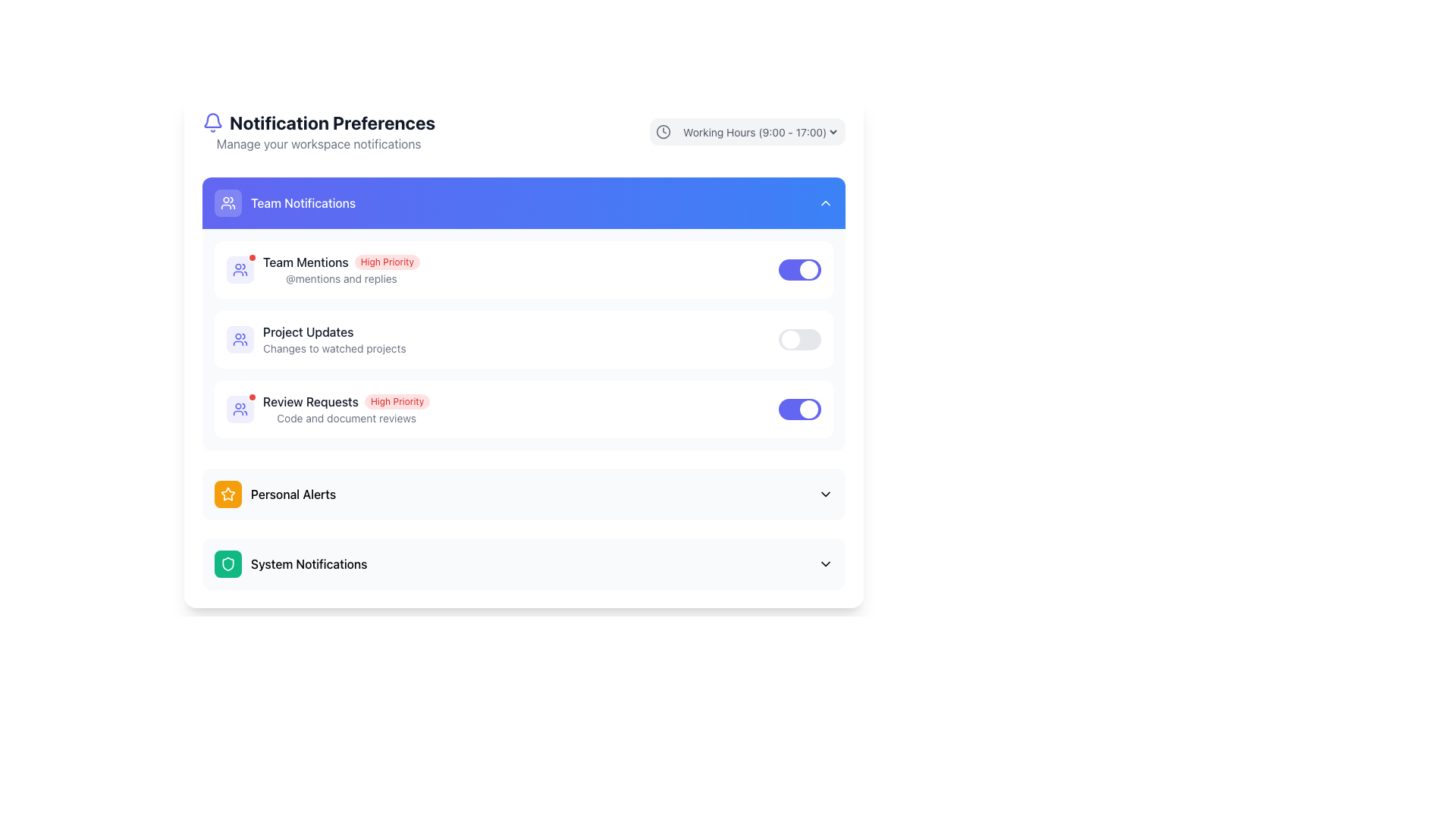  Describe the element at coordinates (293, 494) in the screenshot. I see `text label indicating 'Personal Alerts' located under the 'Team Notifications' heading` at that location.